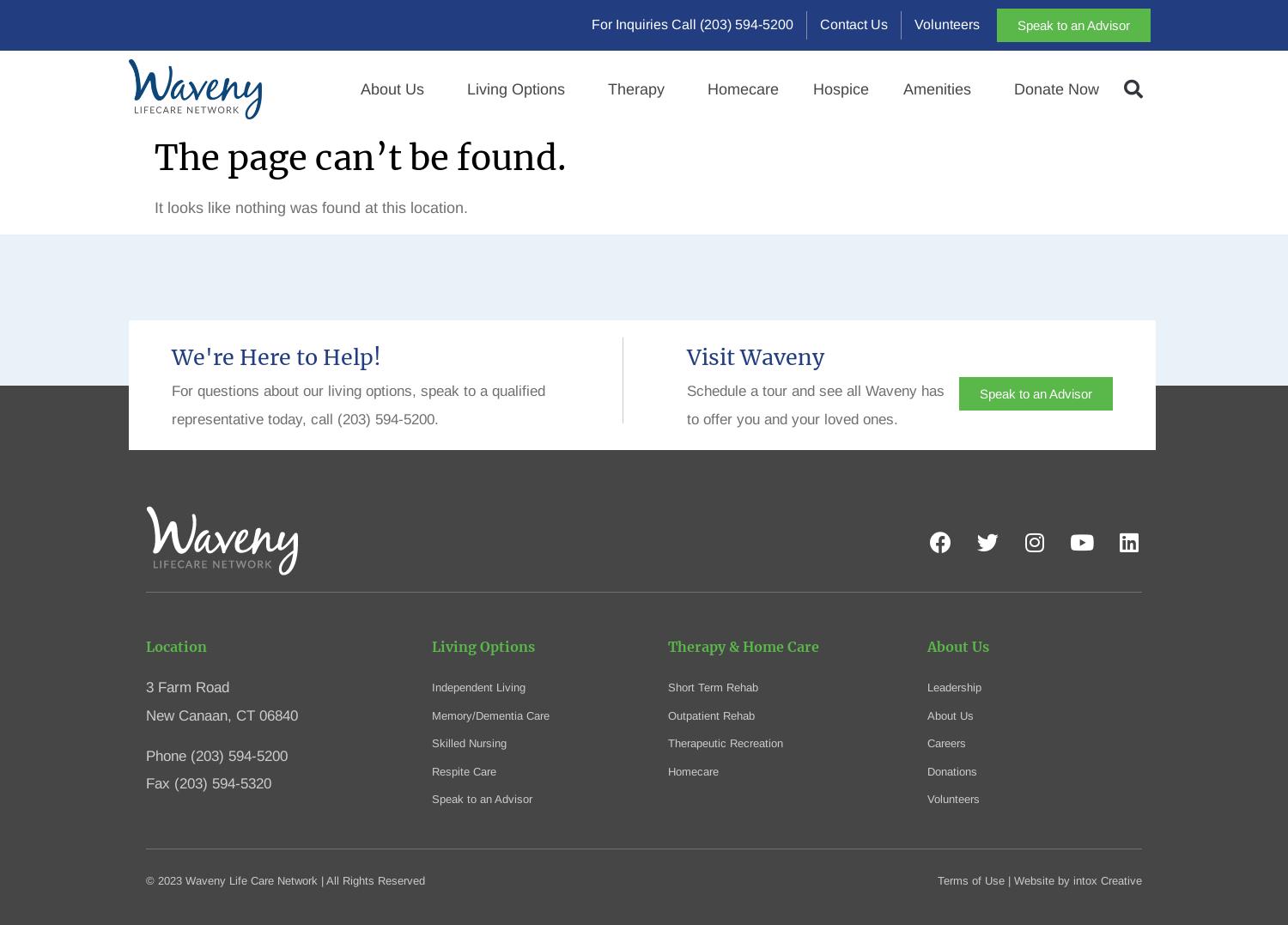  What do you see at coordinates (431, 770) in the screenshot?
I see `'Respite Care'` at bounding box center [431, 770].